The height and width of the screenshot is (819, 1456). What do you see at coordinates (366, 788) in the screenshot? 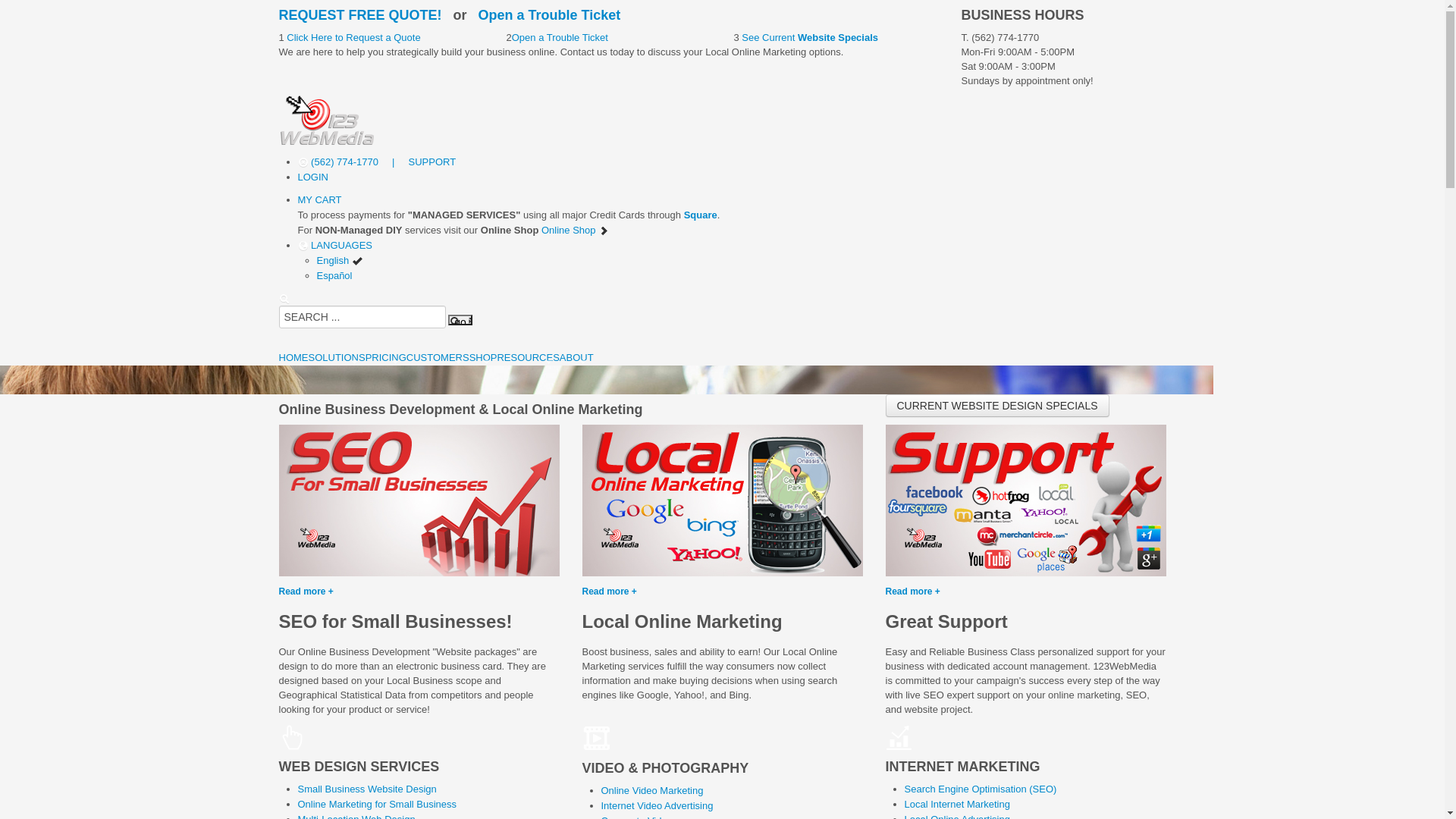
I see `'Small Business Website Design'` at bounding box center [366, 788].